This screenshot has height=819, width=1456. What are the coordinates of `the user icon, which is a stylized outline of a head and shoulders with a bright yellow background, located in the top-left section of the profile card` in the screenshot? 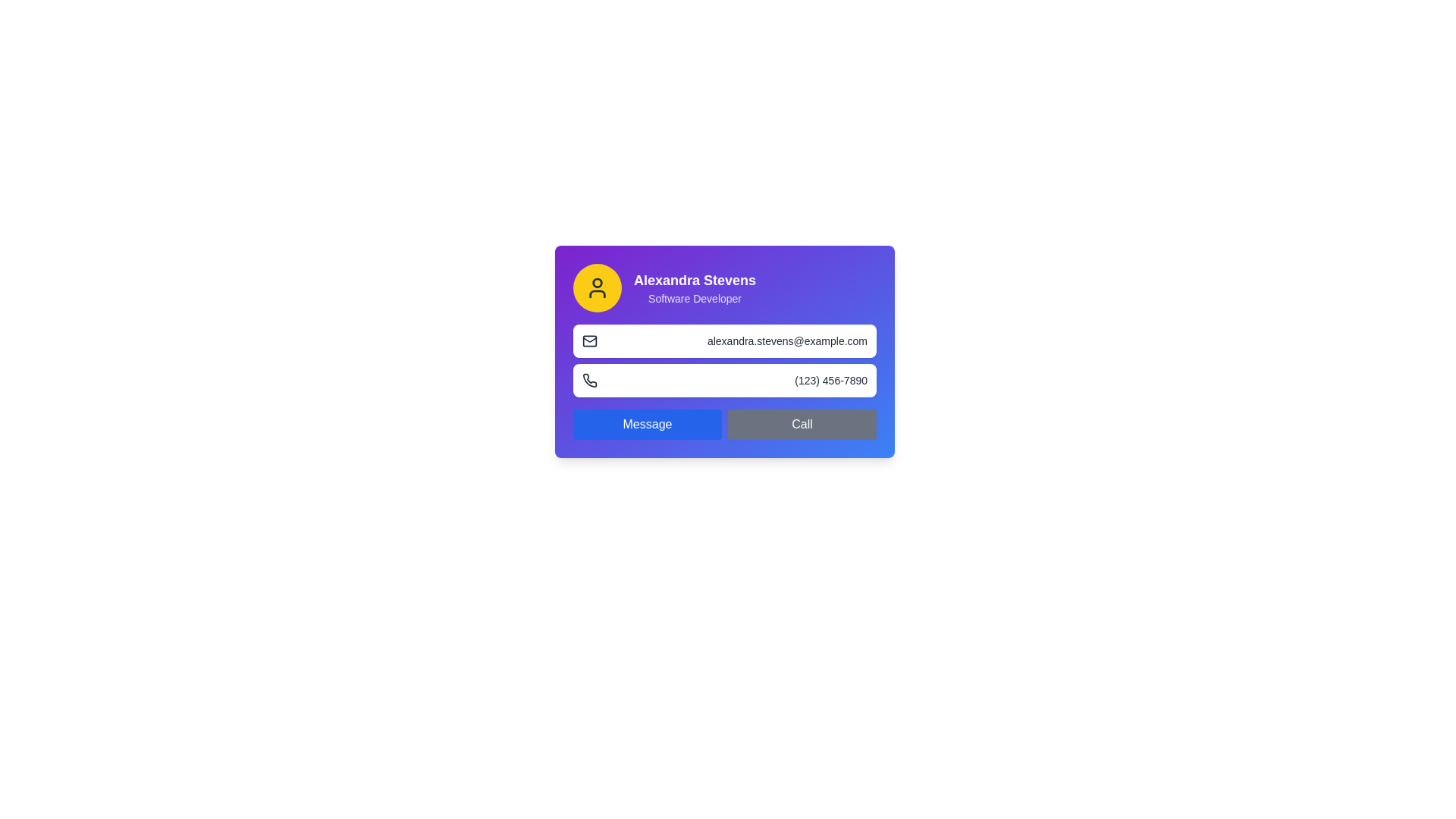 It's located at (596, 288).